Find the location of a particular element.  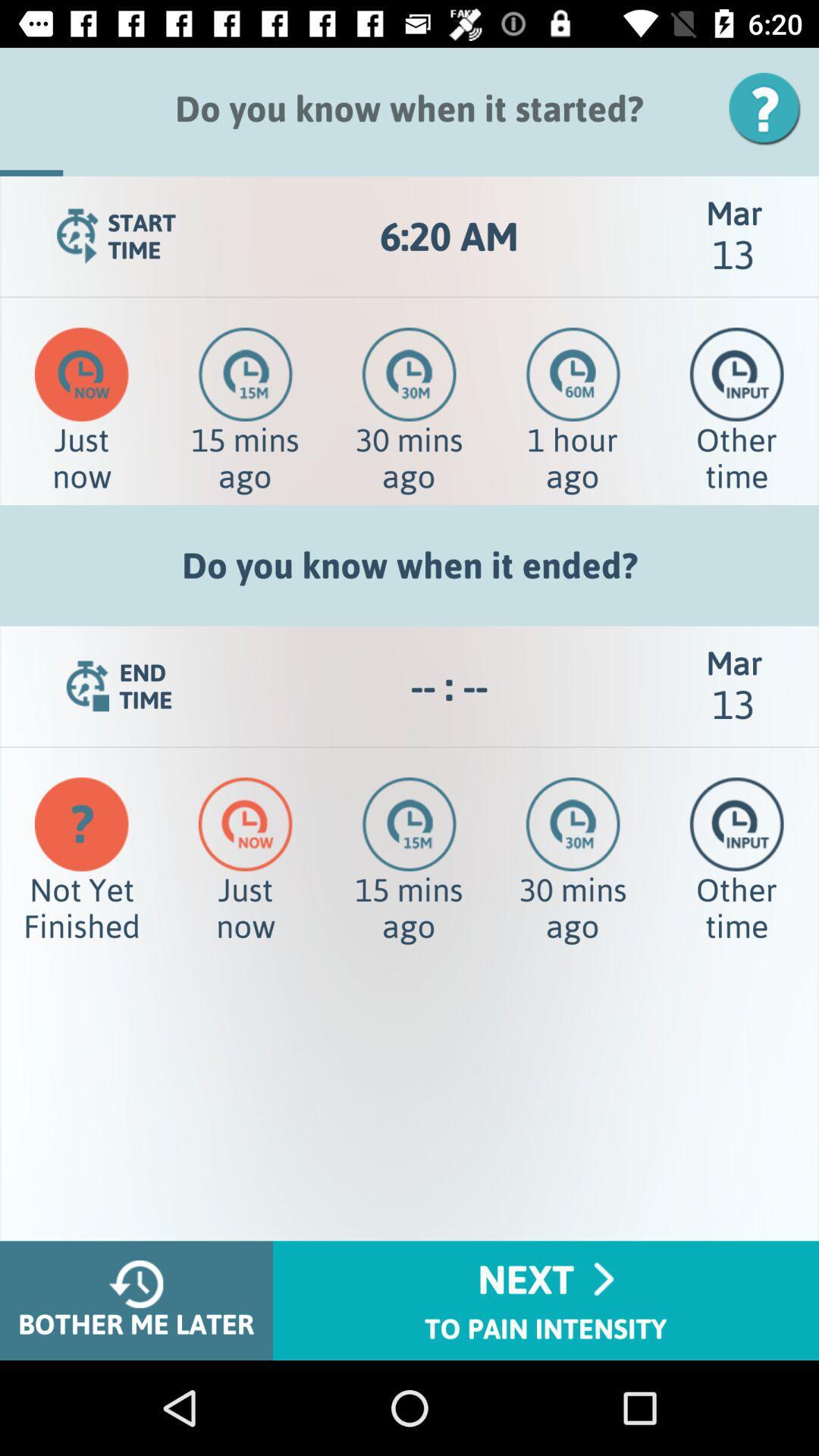

the time icon is located at coordinates (736, 374).